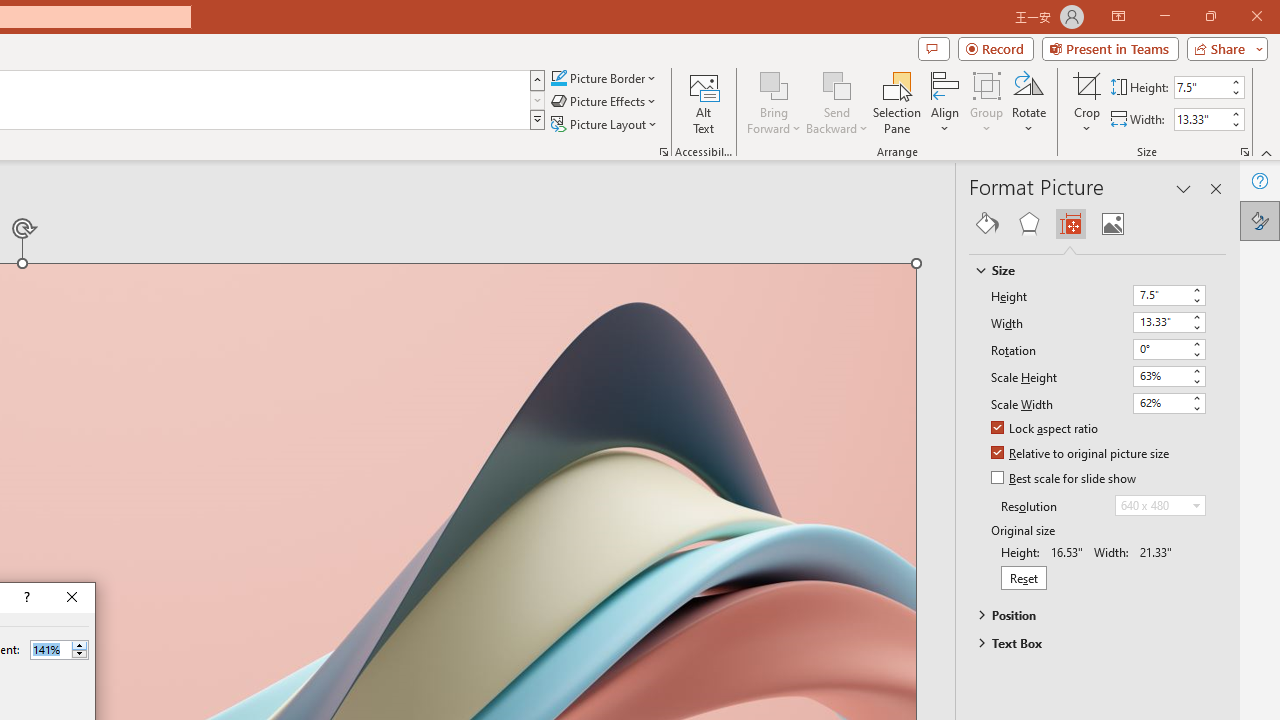 The width and height of the screenshot is (1280, 720). What do you see at coordinates (1243, 150) in the screenshot?
I see `'Size and Position...'` at bounding box center [1243, 150].